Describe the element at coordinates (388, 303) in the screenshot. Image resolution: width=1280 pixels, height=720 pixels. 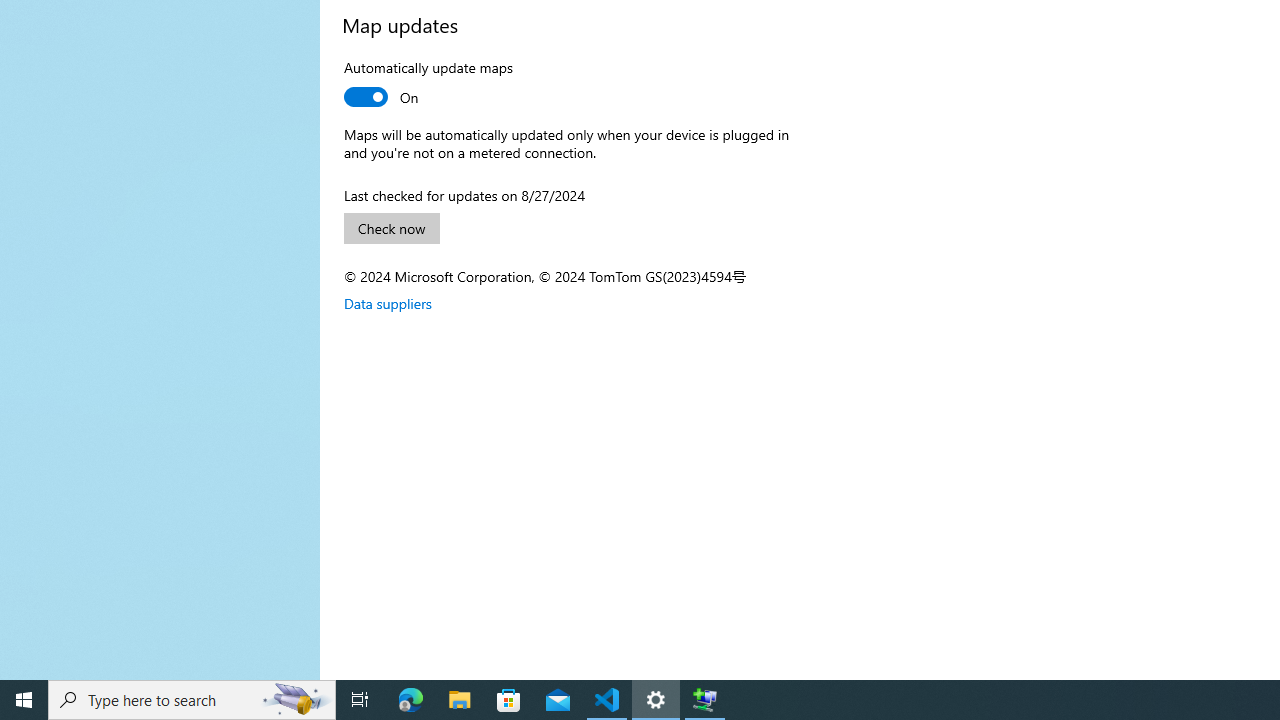
I see `'Data suppliers'` at that location.